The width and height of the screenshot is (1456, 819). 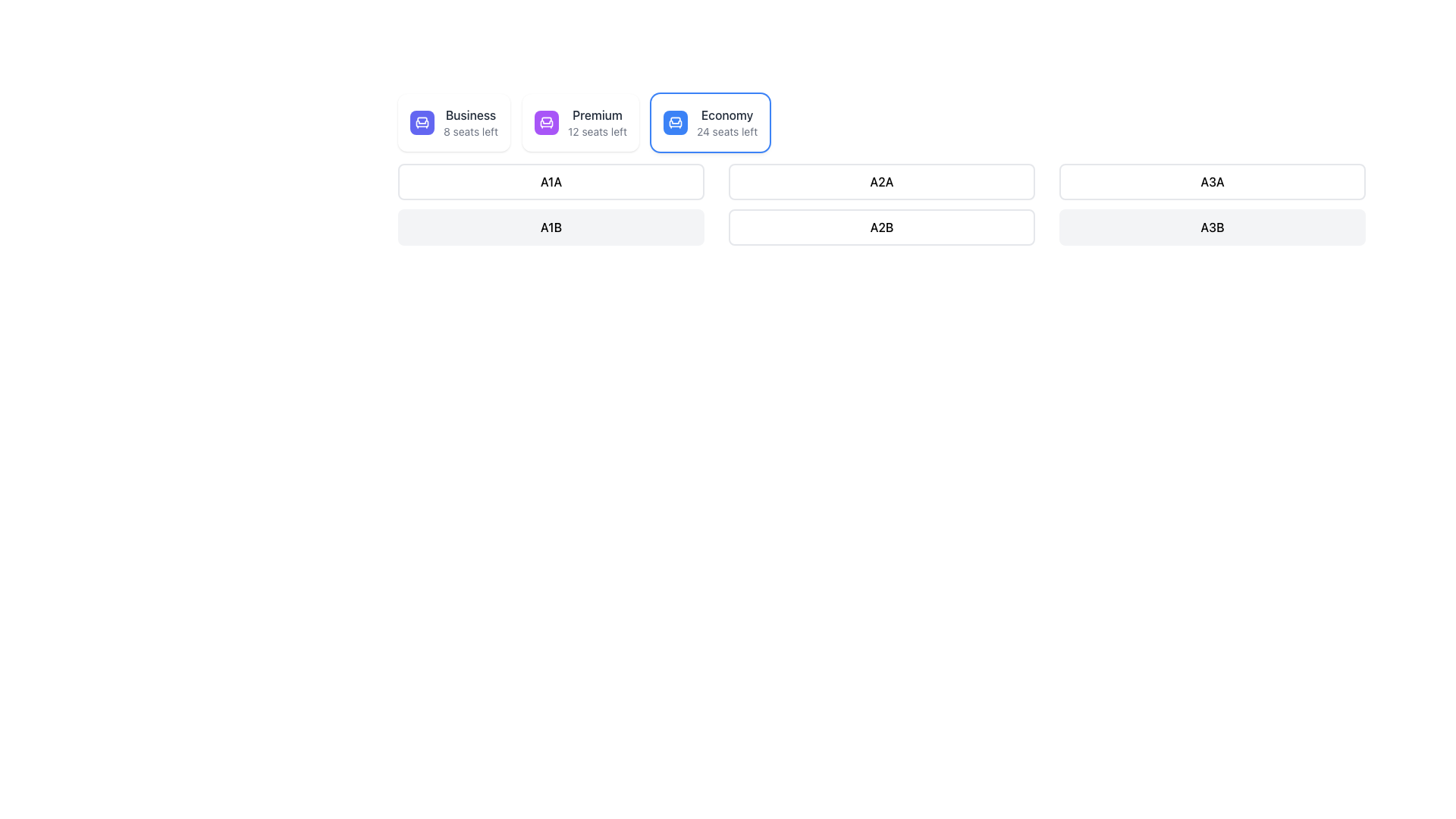 I want to click on the Text label in the top-left section of the visible area that denotes a specific category or class related to travel or ticketing, so click(x=469, y=114).